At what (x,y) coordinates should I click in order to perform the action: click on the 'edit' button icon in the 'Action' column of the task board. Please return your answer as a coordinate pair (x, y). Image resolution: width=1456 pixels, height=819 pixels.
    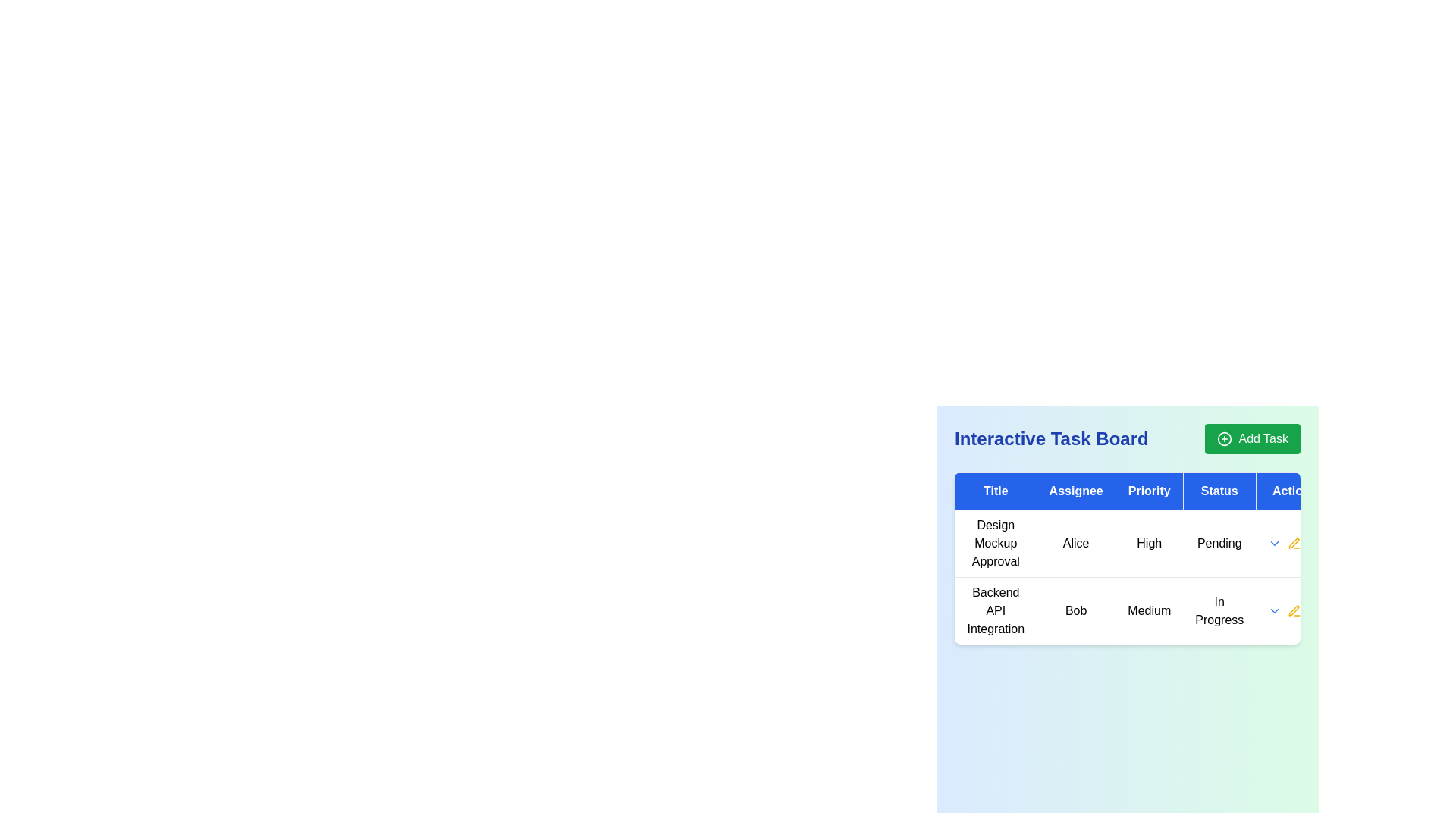
    Looking at the image, I should click on (1294, 610).